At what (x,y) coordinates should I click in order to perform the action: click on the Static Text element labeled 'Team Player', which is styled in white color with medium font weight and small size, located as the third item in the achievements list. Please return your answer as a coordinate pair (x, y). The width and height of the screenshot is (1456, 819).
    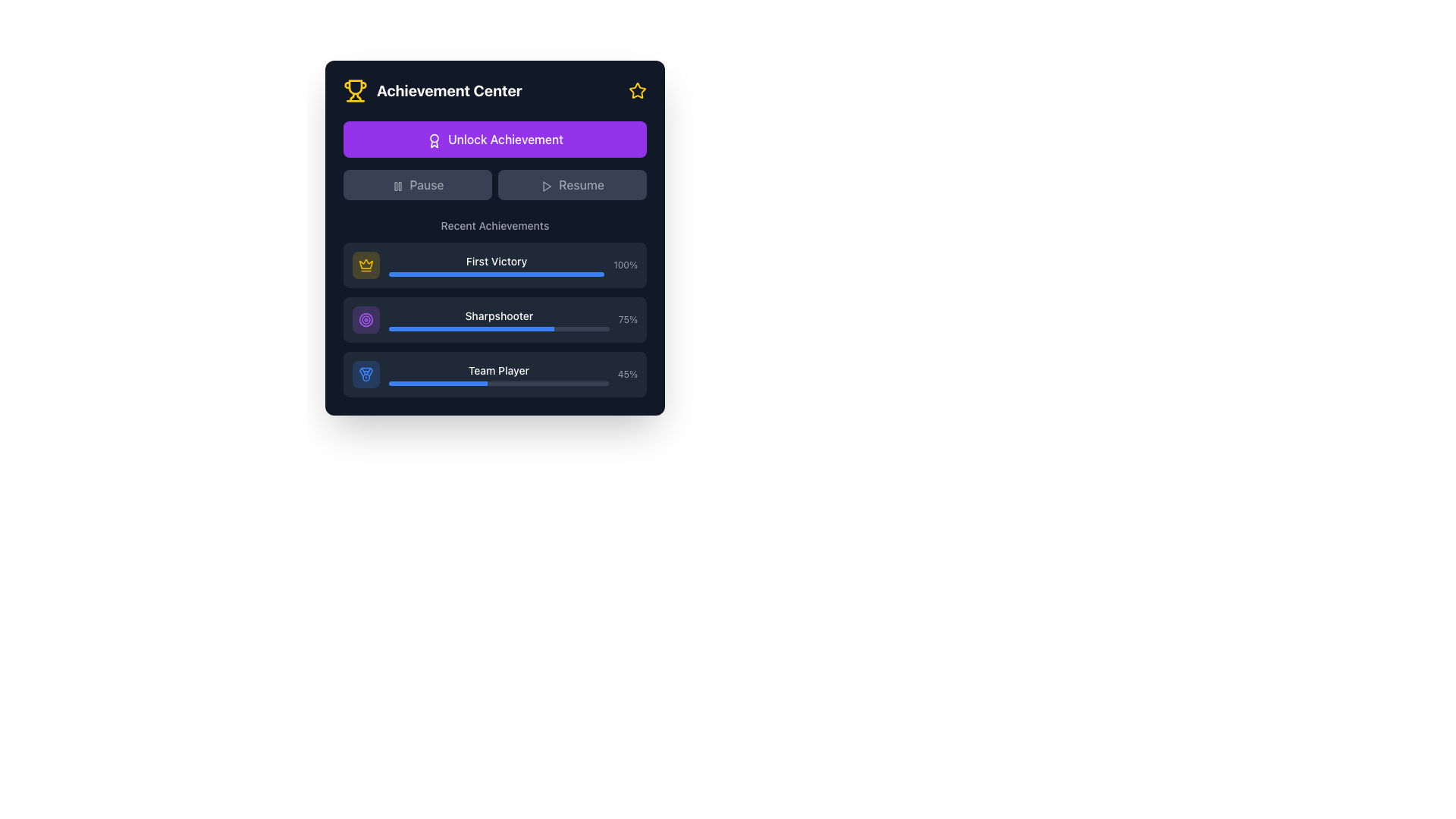
    Looking at the image, I should click on (498, 371).